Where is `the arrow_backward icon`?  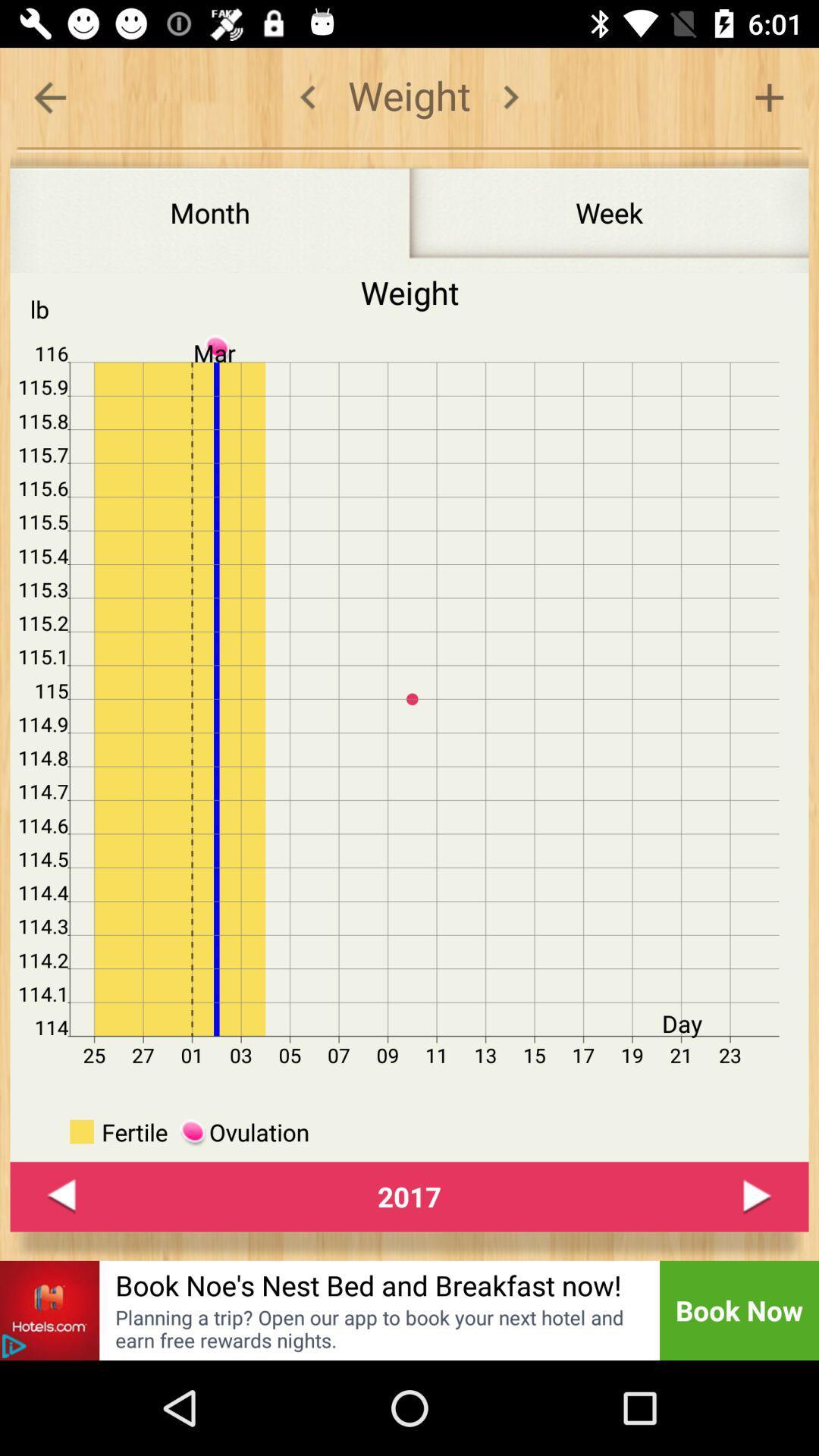
the arrow_backward icon is located at coordinates (49, 96).